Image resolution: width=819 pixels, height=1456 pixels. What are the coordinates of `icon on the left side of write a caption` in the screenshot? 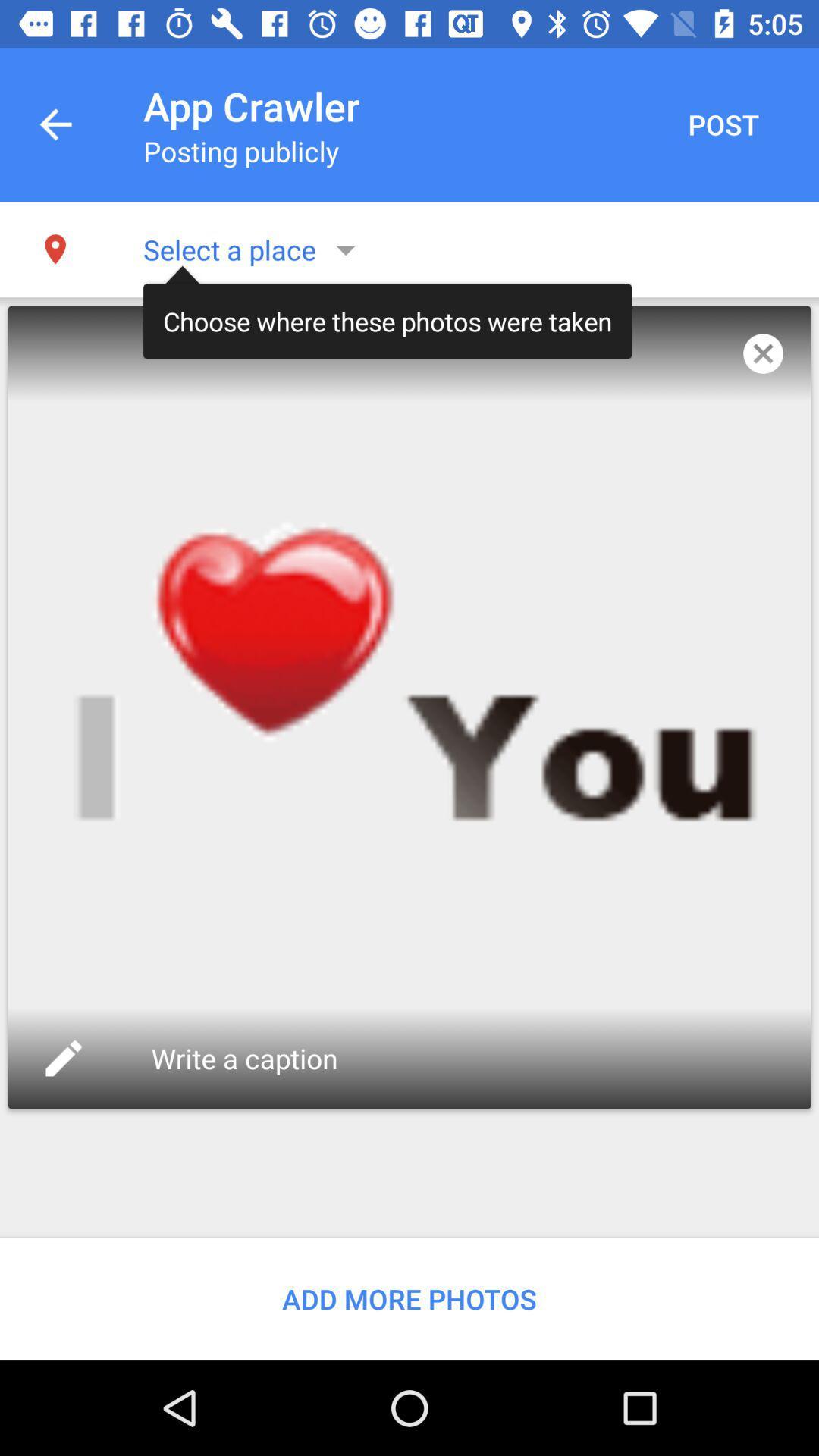 It's located at (63, 1057).